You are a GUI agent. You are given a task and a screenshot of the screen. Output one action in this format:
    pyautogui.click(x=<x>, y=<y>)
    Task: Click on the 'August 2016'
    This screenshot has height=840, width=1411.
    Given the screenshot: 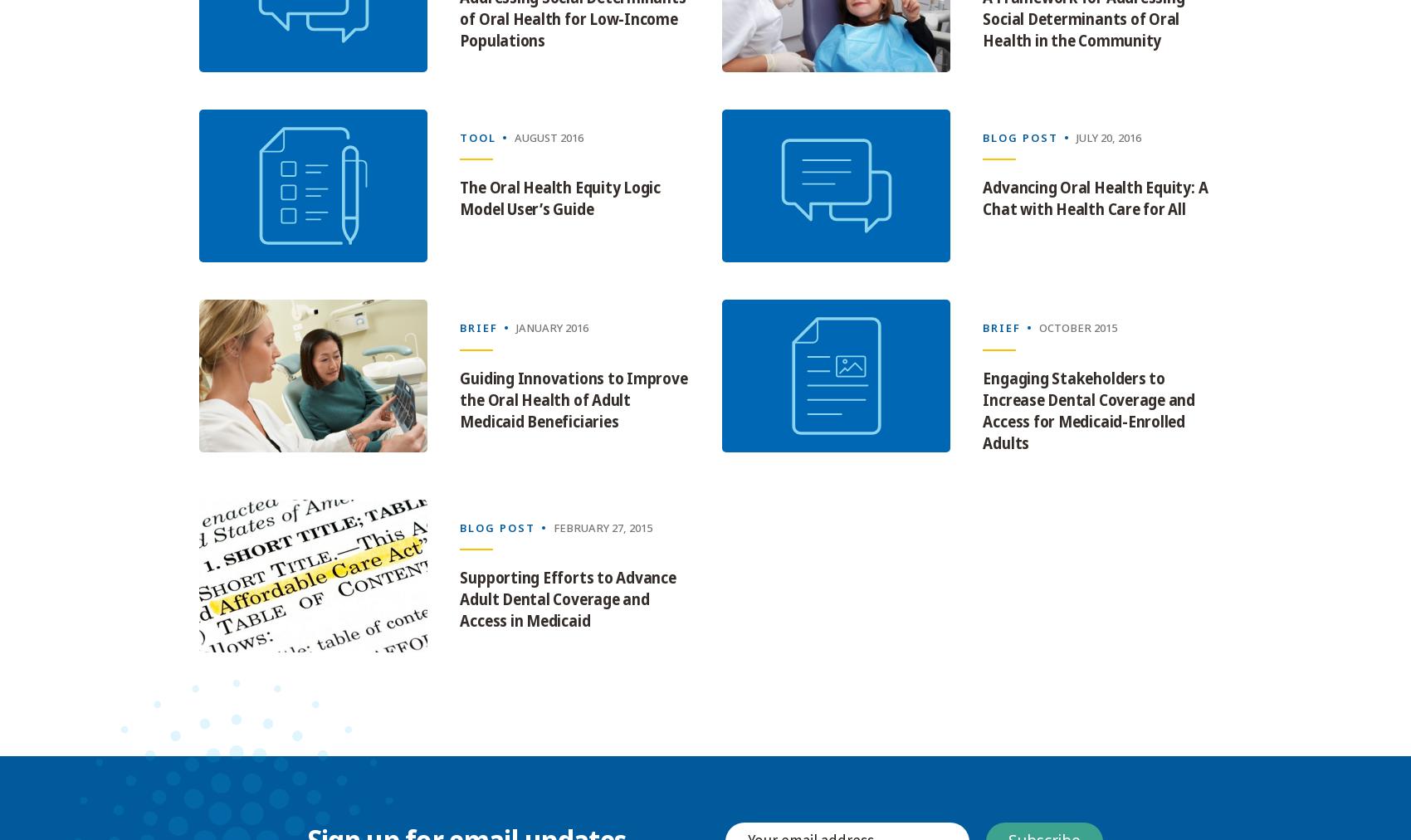 What is the action you would take?
    pyautogui.click(x=549, y=136)
    